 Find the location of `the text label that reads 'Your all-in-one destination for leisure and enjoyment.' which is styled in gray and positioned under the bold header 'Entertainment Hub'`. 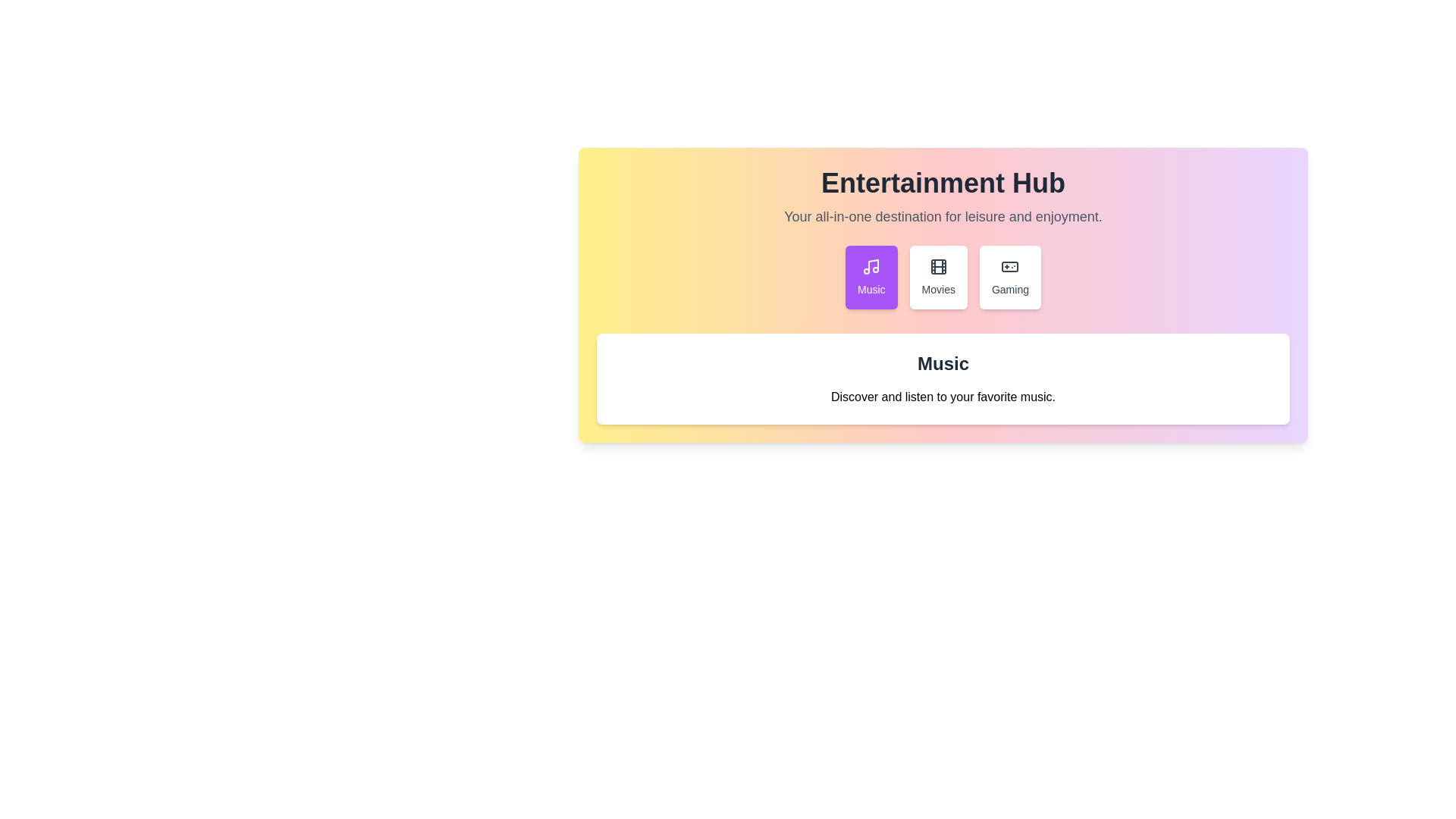

the text label that reads 'Your all-in-one destination for leisure and enjoyment.' which is styled in gray and positioned under the bold header 'Entertainment Hub' is located at coordinates (942, 216).